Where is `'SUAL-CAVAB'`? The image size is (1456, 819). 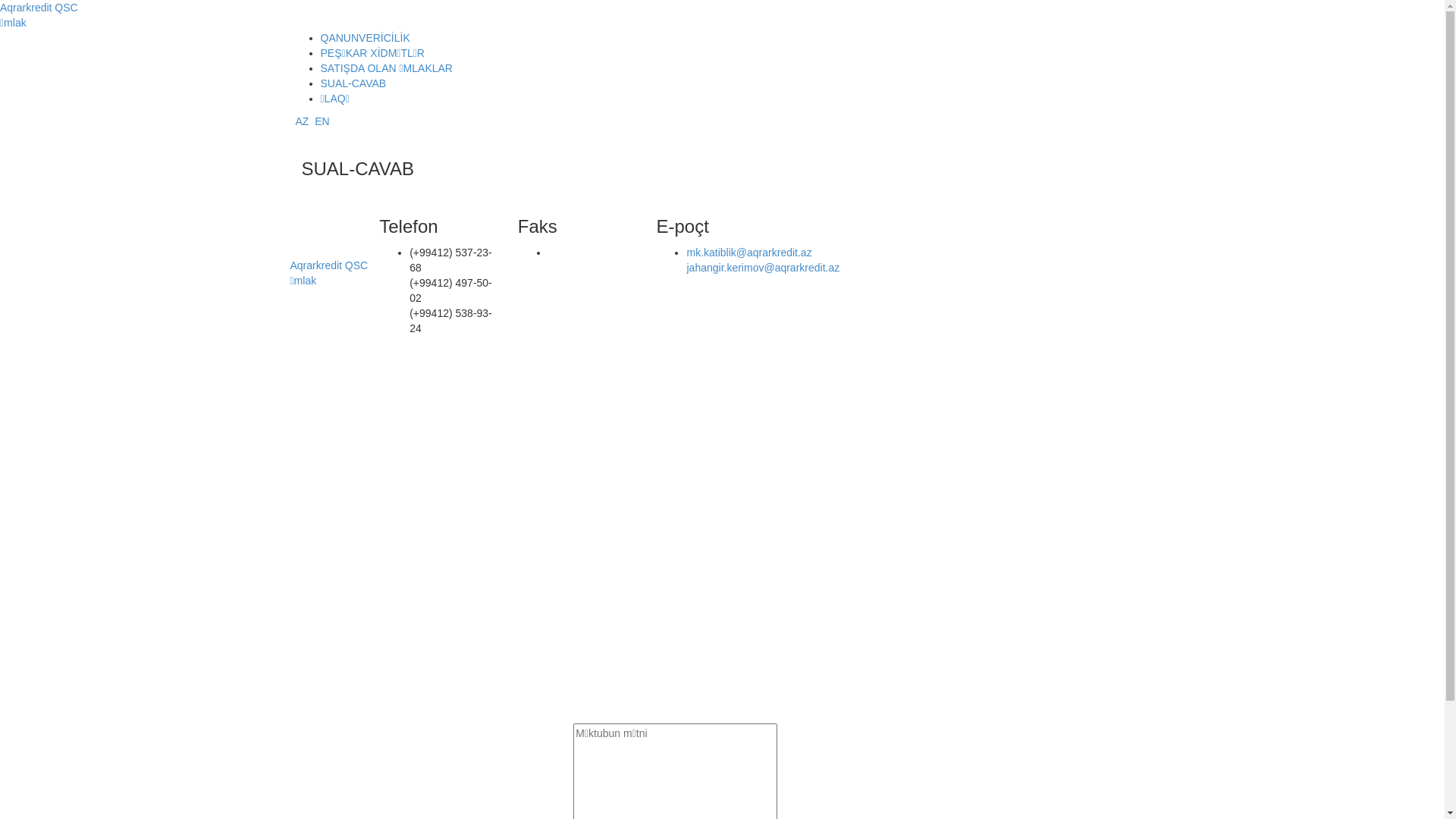 'SUAL-CAVAB' is located at coordinates (352, 83).